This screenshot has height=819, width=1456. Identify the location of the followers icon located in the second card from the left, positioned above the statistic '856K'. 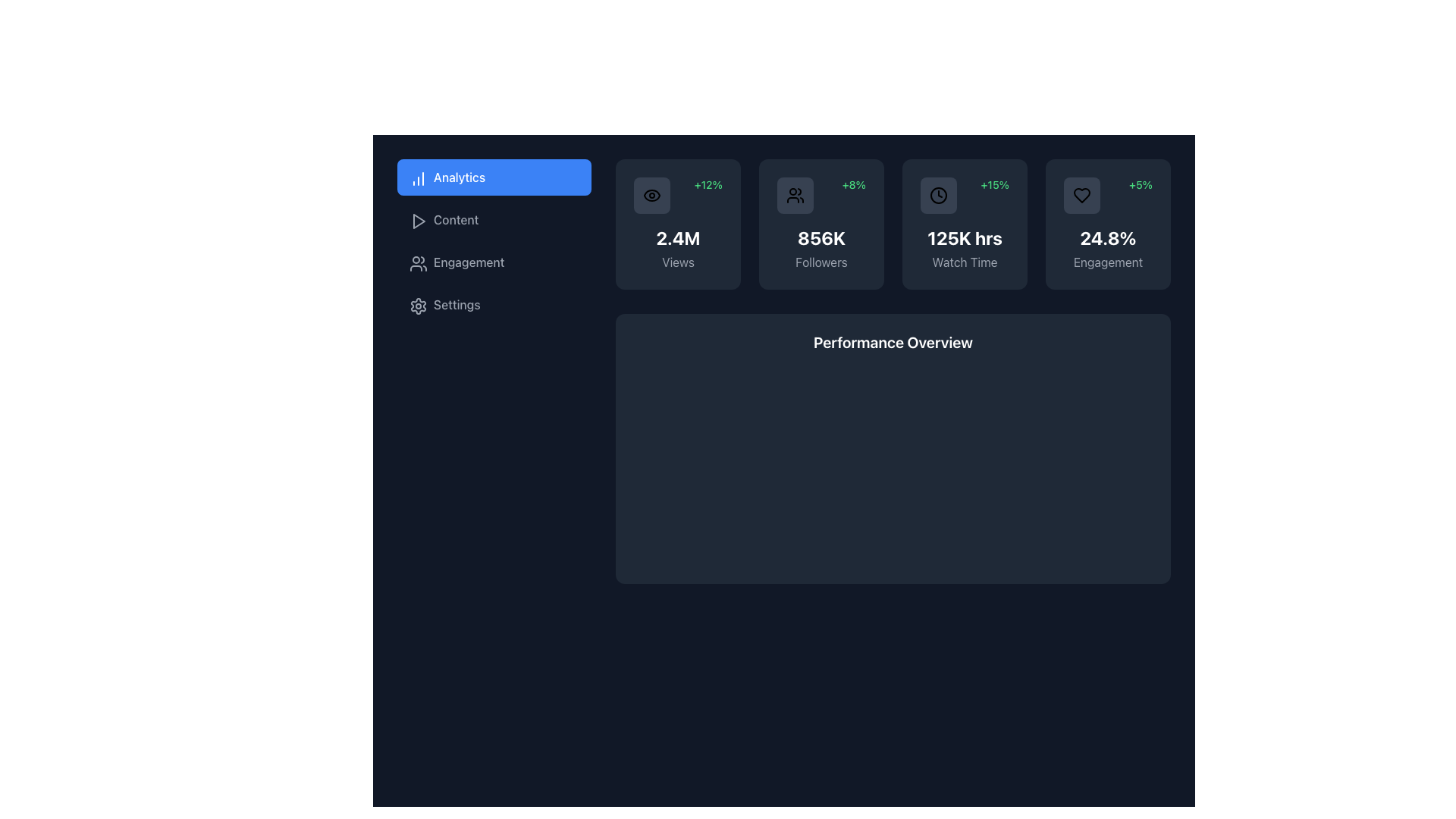
(795, 195).